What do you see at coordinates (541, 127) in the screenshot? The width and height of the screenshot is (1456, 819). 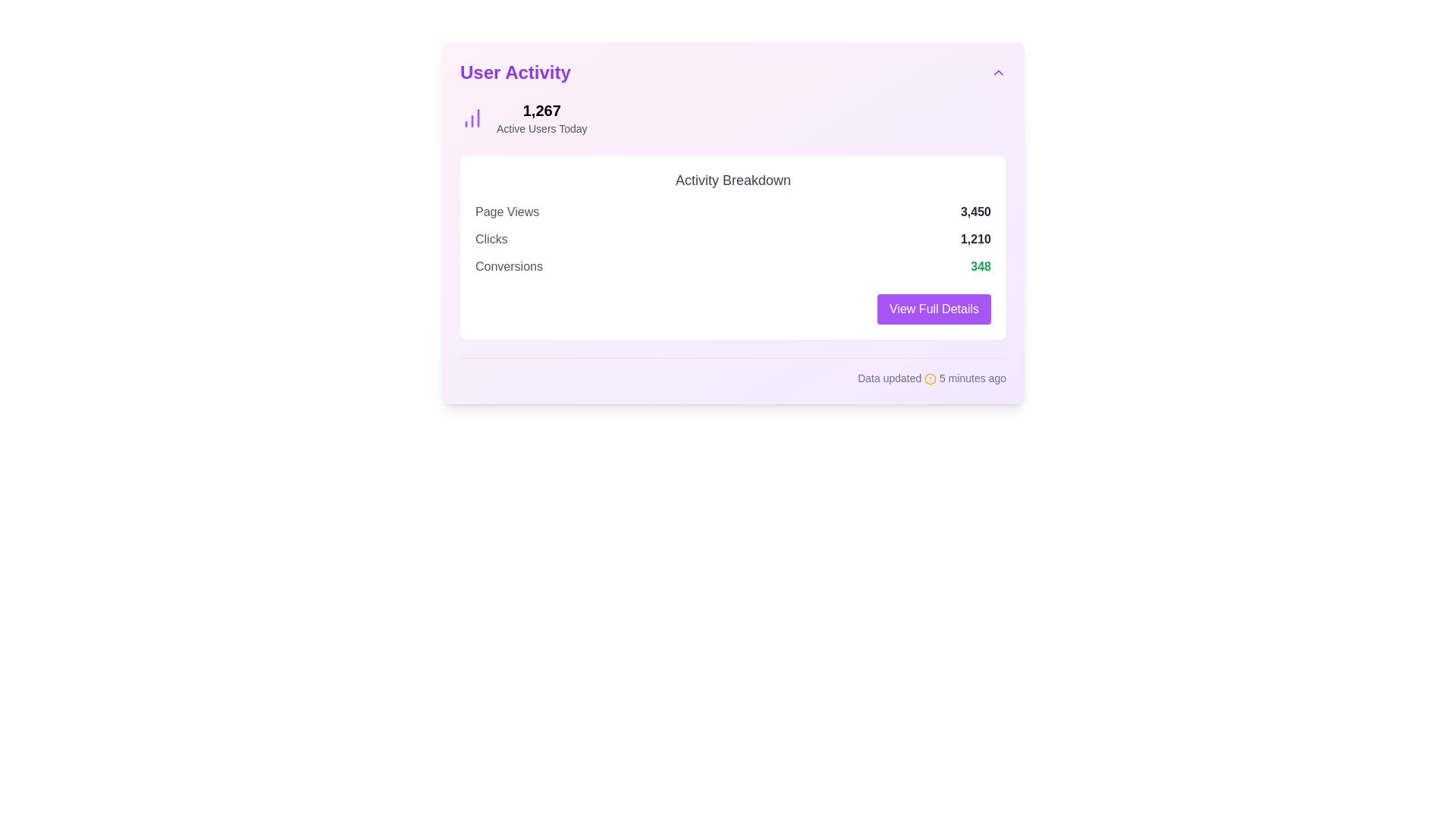 I see `the text label that describes the active users recorded for the current day, located directly below the number '1,267'` at bounding box center [541, 127].